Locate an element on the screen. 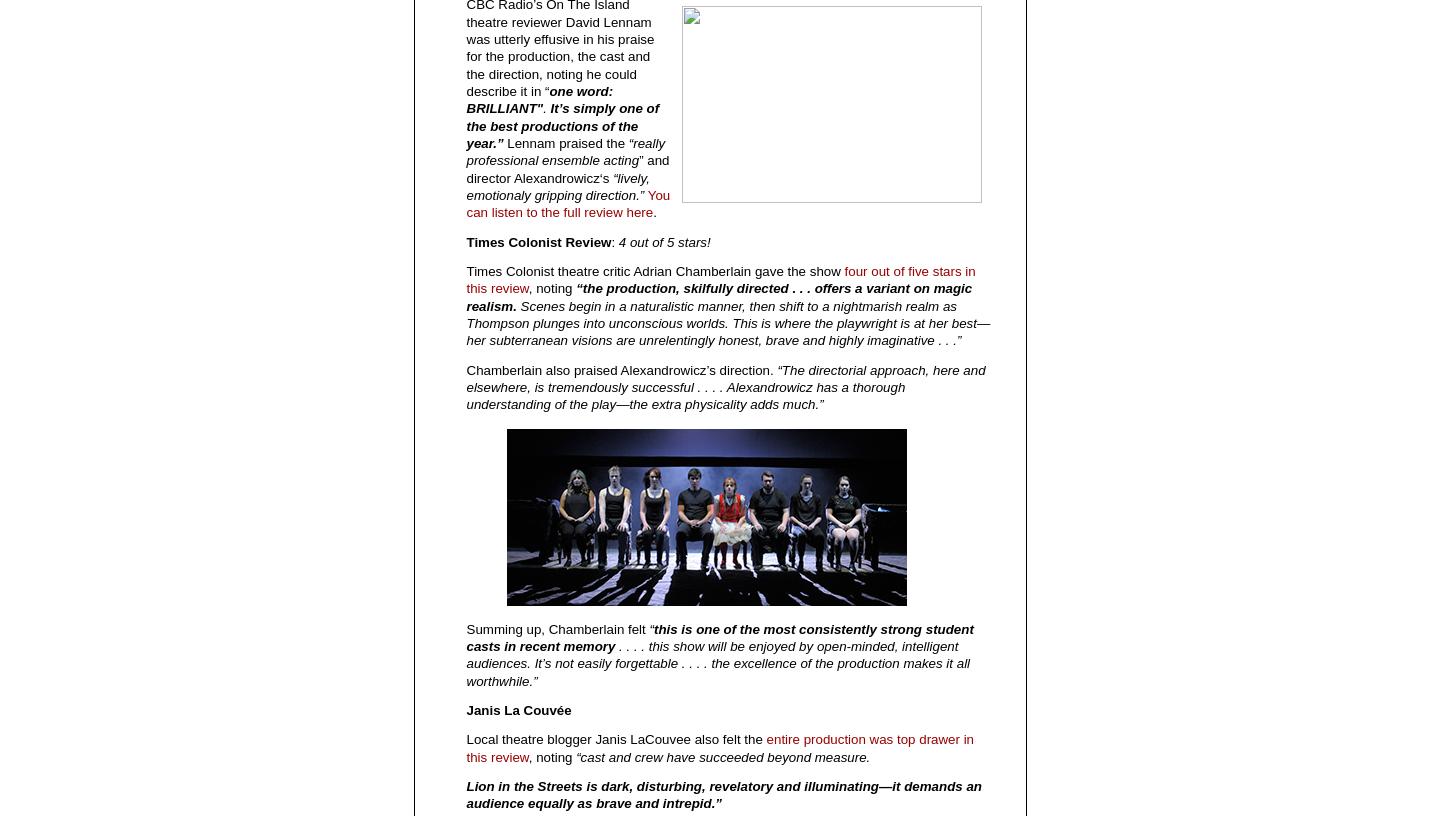 This screenshot has height=816, width=1440. '“lively, emotionaly gripping direction.”' is located at coordinates (557, 186).